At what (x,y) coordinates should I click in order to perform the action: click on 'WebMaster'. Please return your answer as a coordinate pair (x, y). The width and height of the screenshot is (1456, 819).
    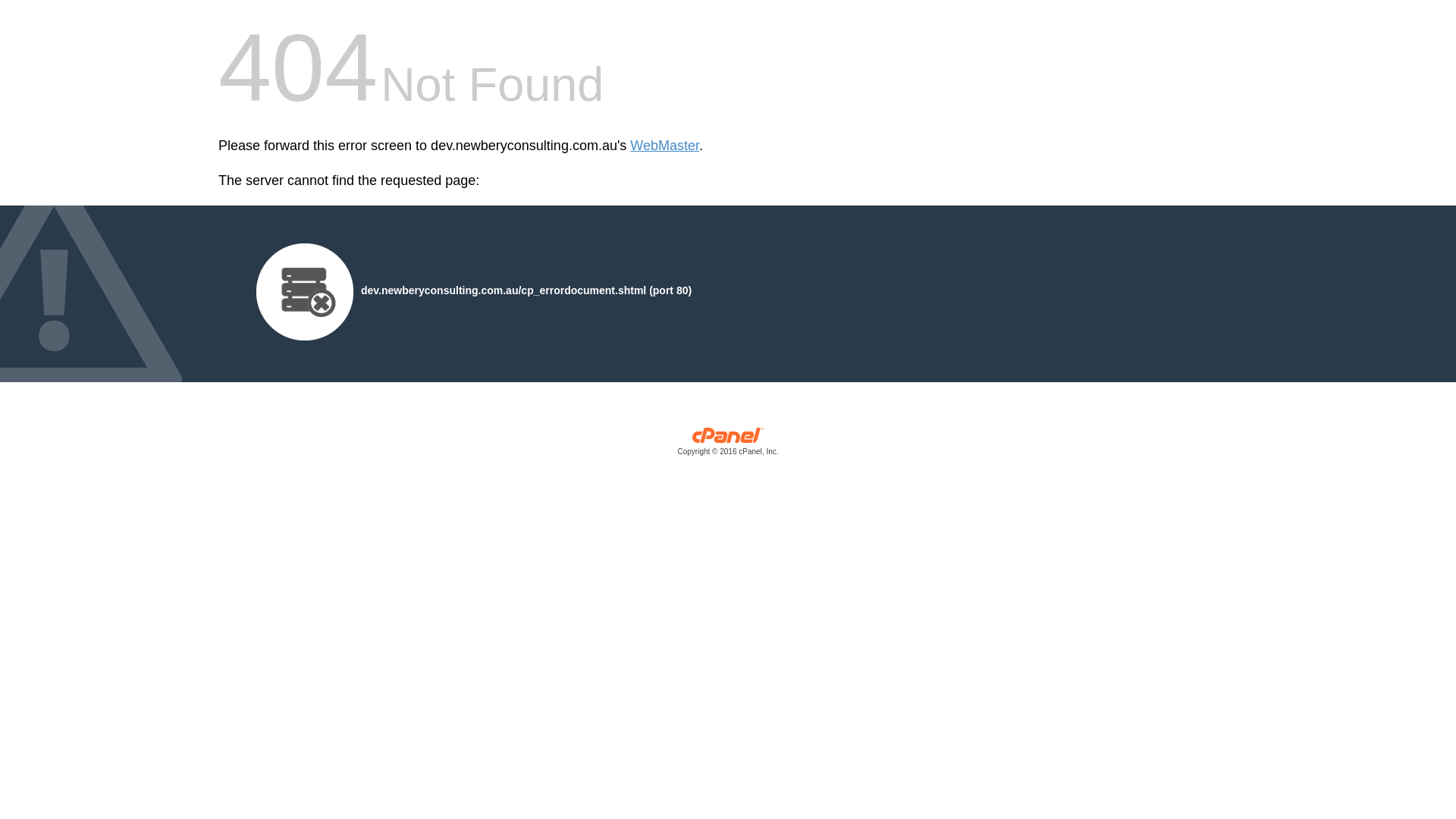
    Looking at the image, I should click on (664, 146).